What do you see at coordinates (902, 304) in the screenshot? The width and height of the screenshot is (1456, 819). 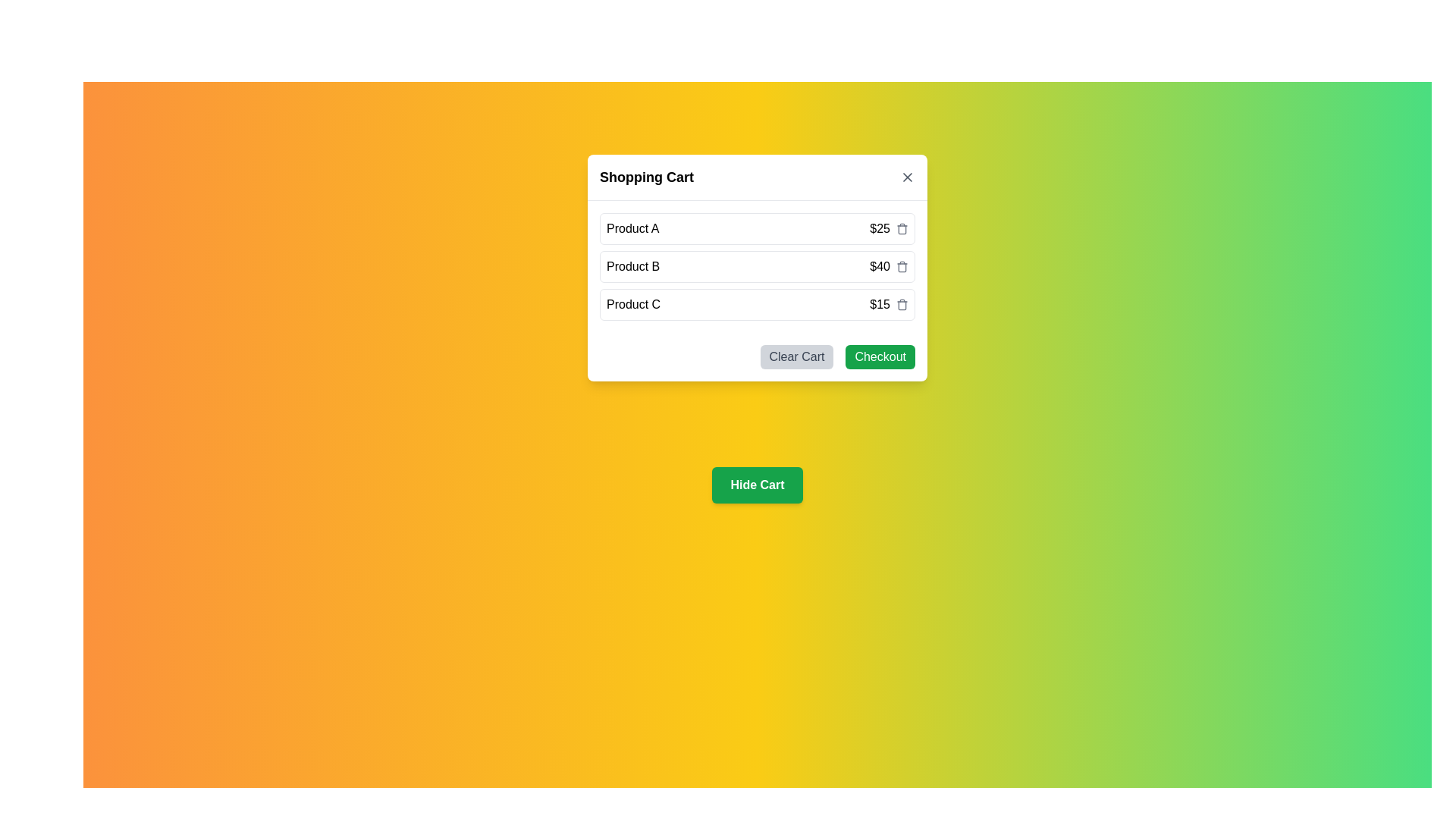 I see `the Icon button that removes Product C from the shopping cart to change its color` at bounding box center [902, 304].